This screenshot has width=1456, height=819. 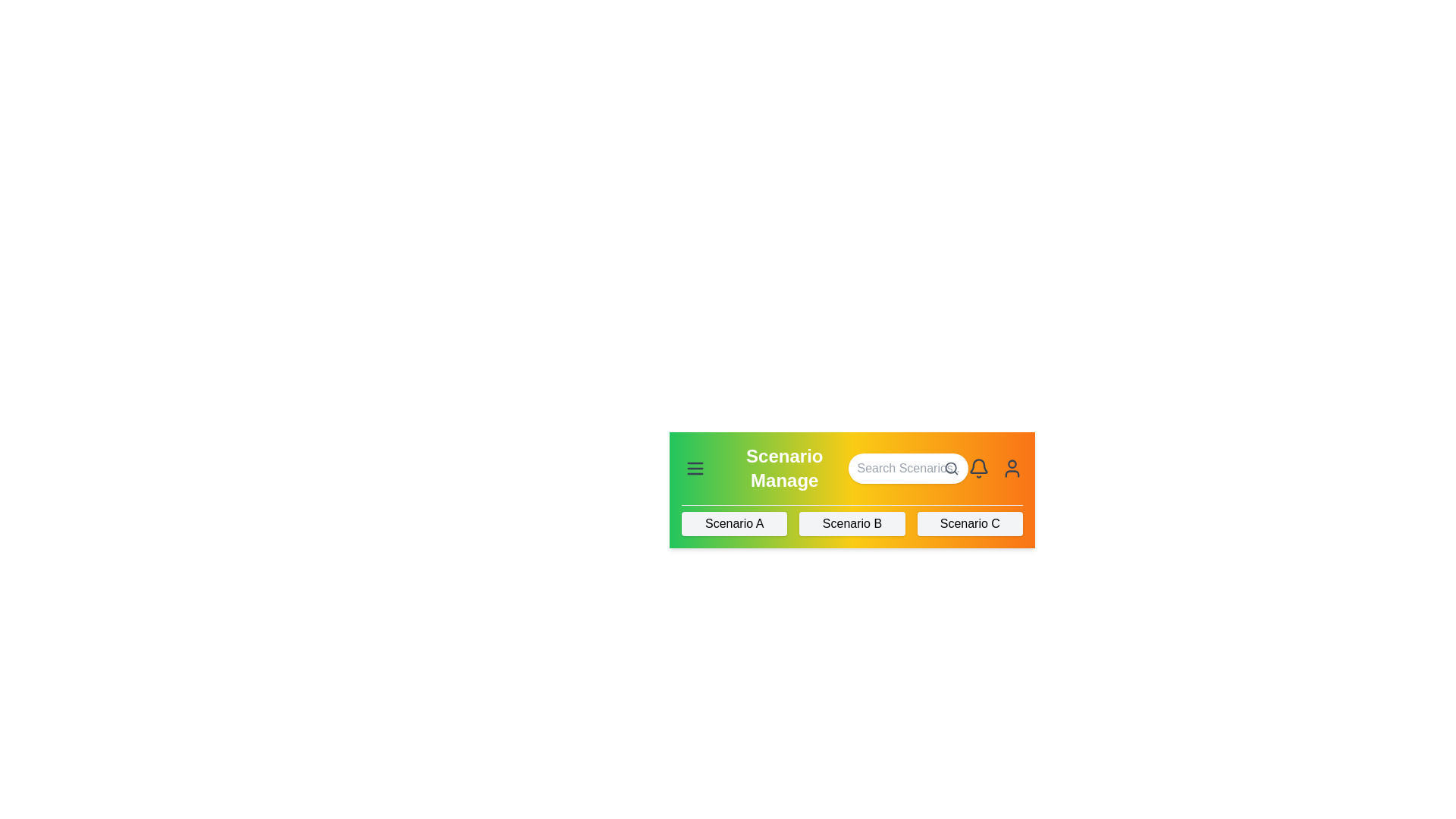 What do you see at coordinates (694, 467) in the screenshot?
I see `the menu button to toggle the menu visibility` at bounding box center [694, 467].